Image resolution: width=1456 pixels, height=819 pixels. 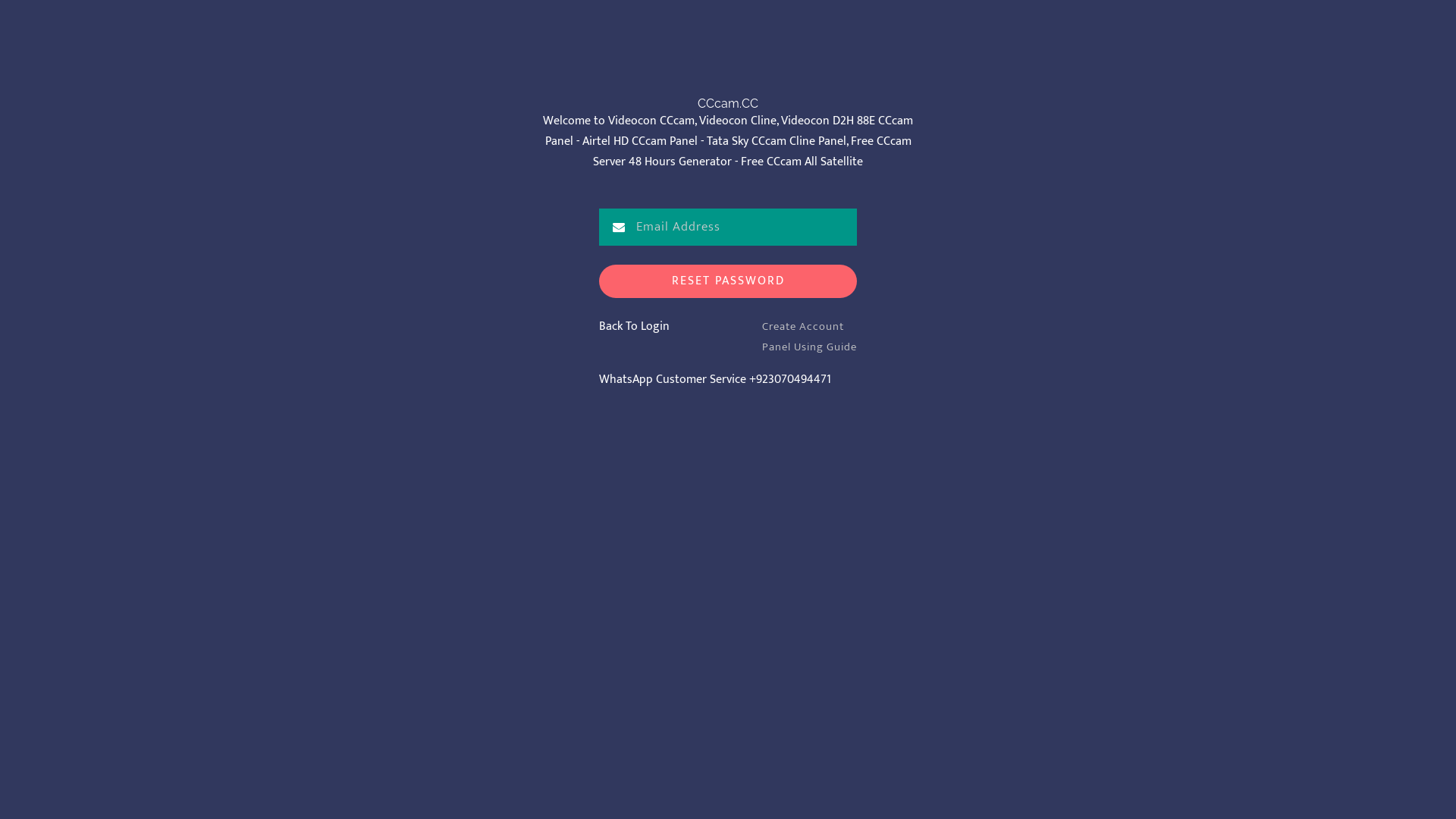 I want to click on 'Panel Using Guide', so click(x=808, y=347).